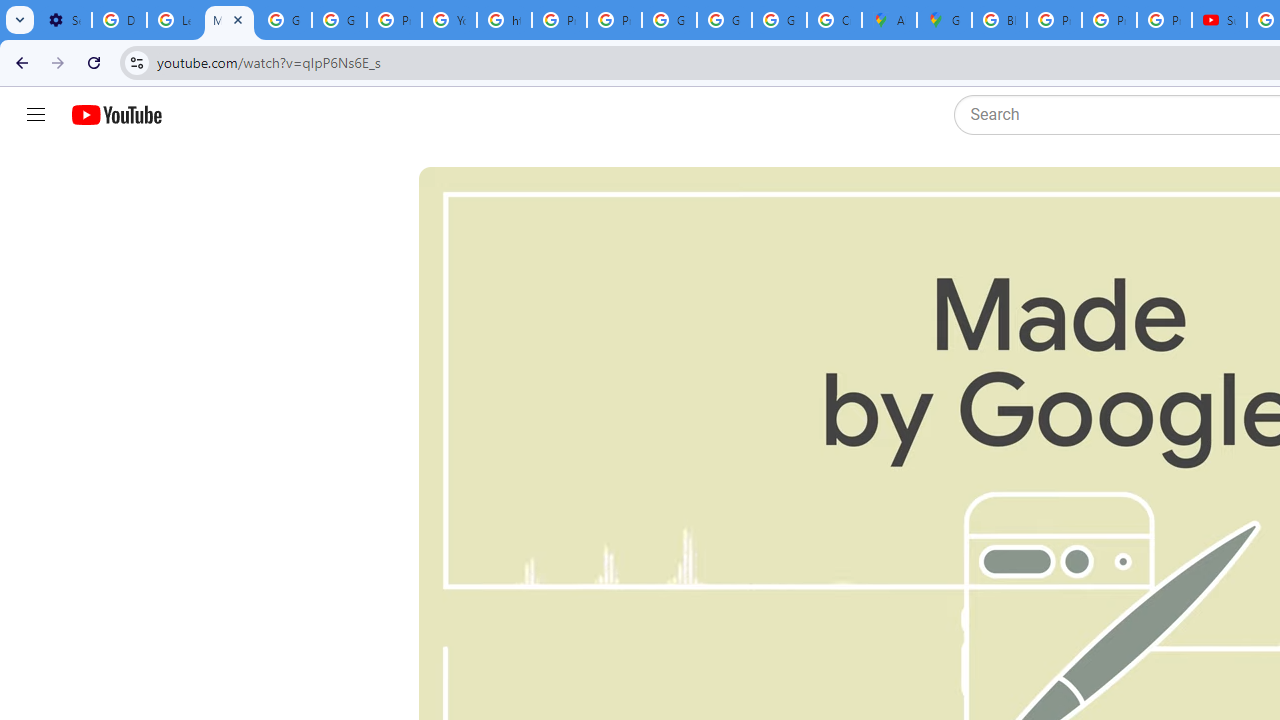 The height and width of the screenshot is (720, 1280). Describe the element at coordinates (174, 20) in the screenshot. I see `'Learn how to find your photos - Google Photos Help'` at that location.